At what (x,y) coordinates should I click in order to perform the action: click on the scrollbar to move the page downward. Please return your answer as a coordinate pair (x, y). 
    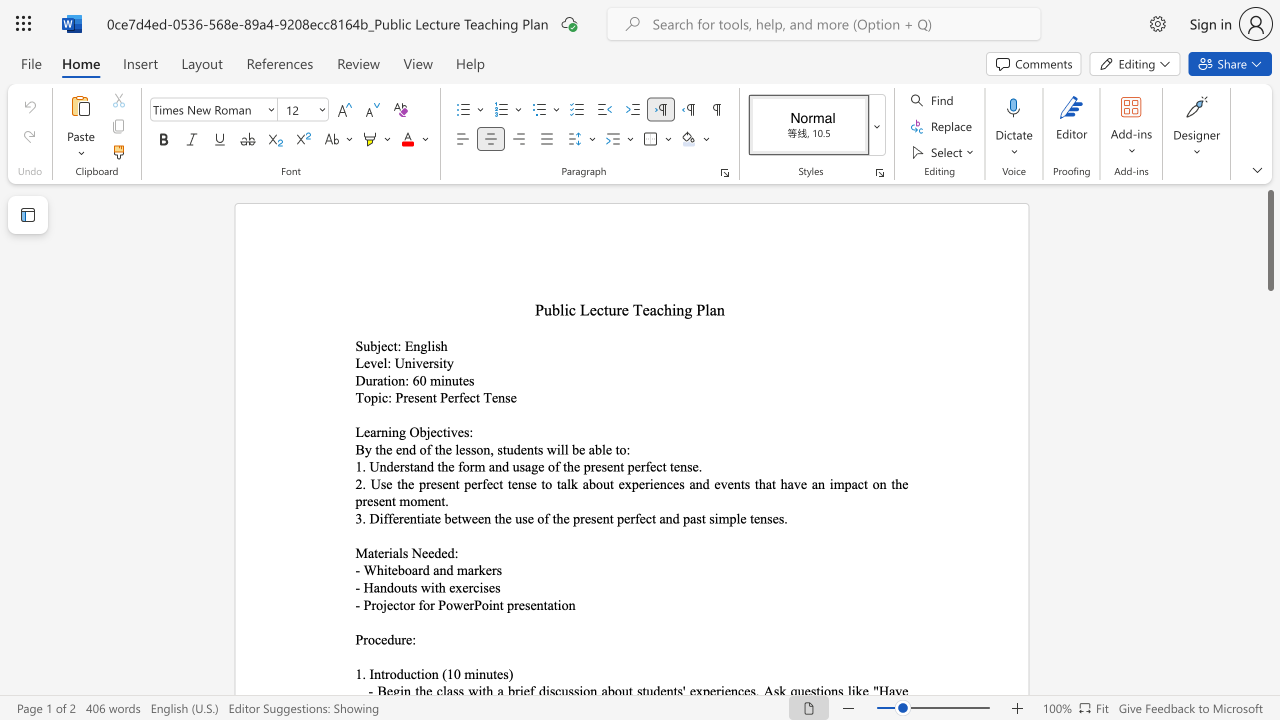
    Looking at the image, I should click on (1269, 400).